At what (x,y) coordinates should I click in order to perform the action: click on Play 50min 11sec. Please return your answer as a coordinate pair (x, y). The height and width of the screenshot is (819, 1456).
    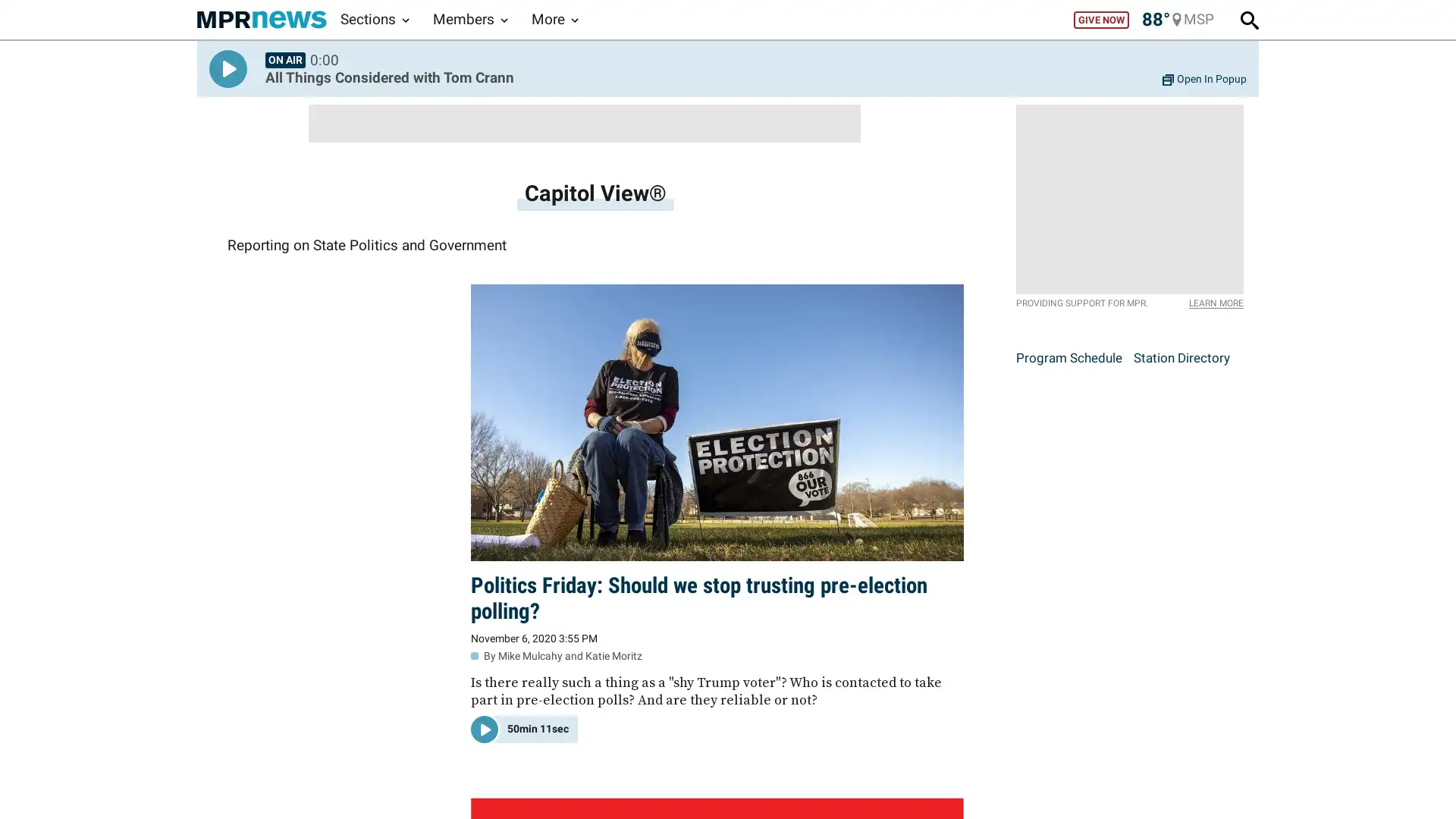
    Looking at the image, I should click on (524, 727).